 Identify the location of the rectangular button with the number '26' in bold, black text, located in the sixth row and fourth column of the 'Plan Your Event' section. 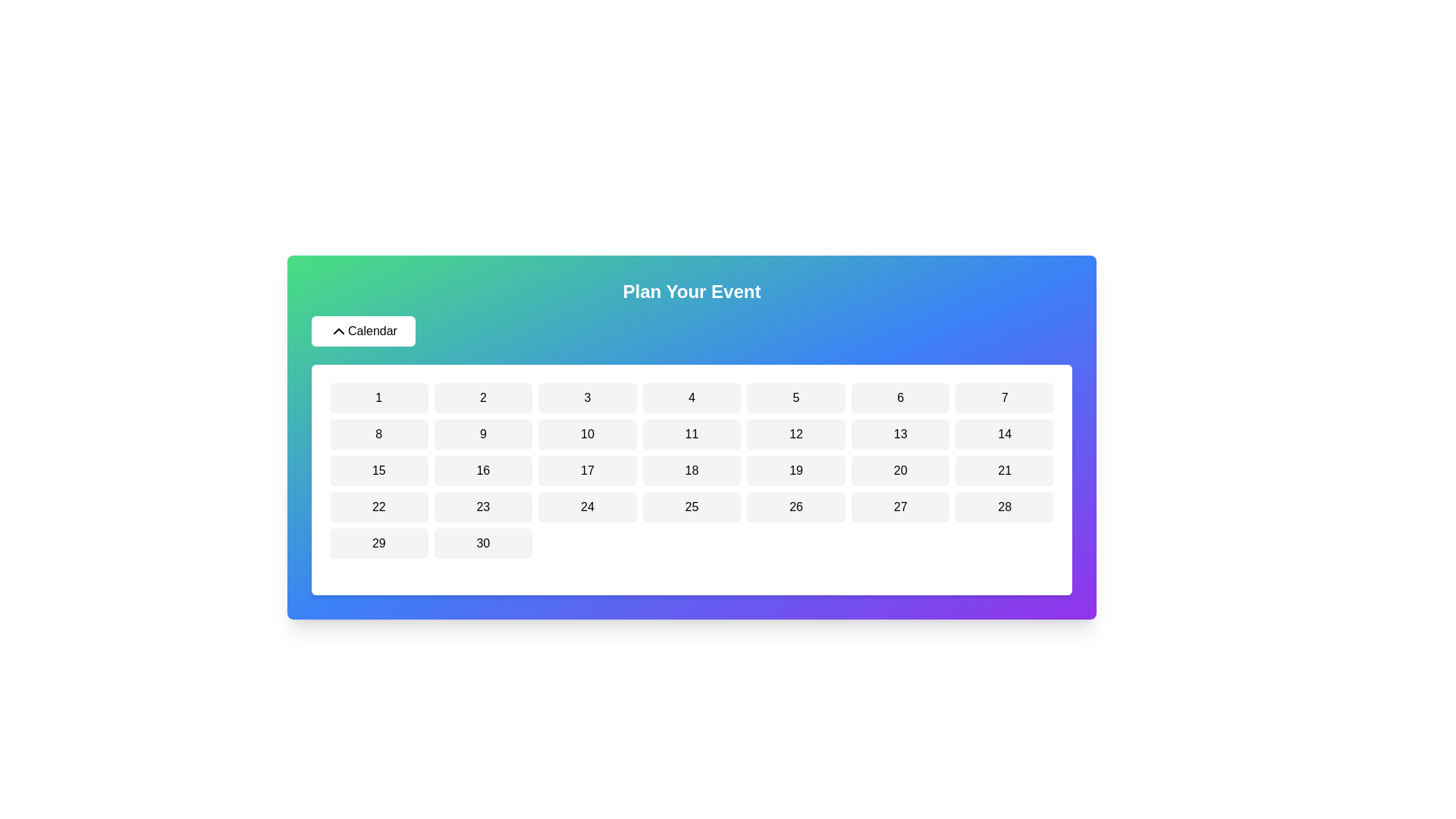
(795, 507).